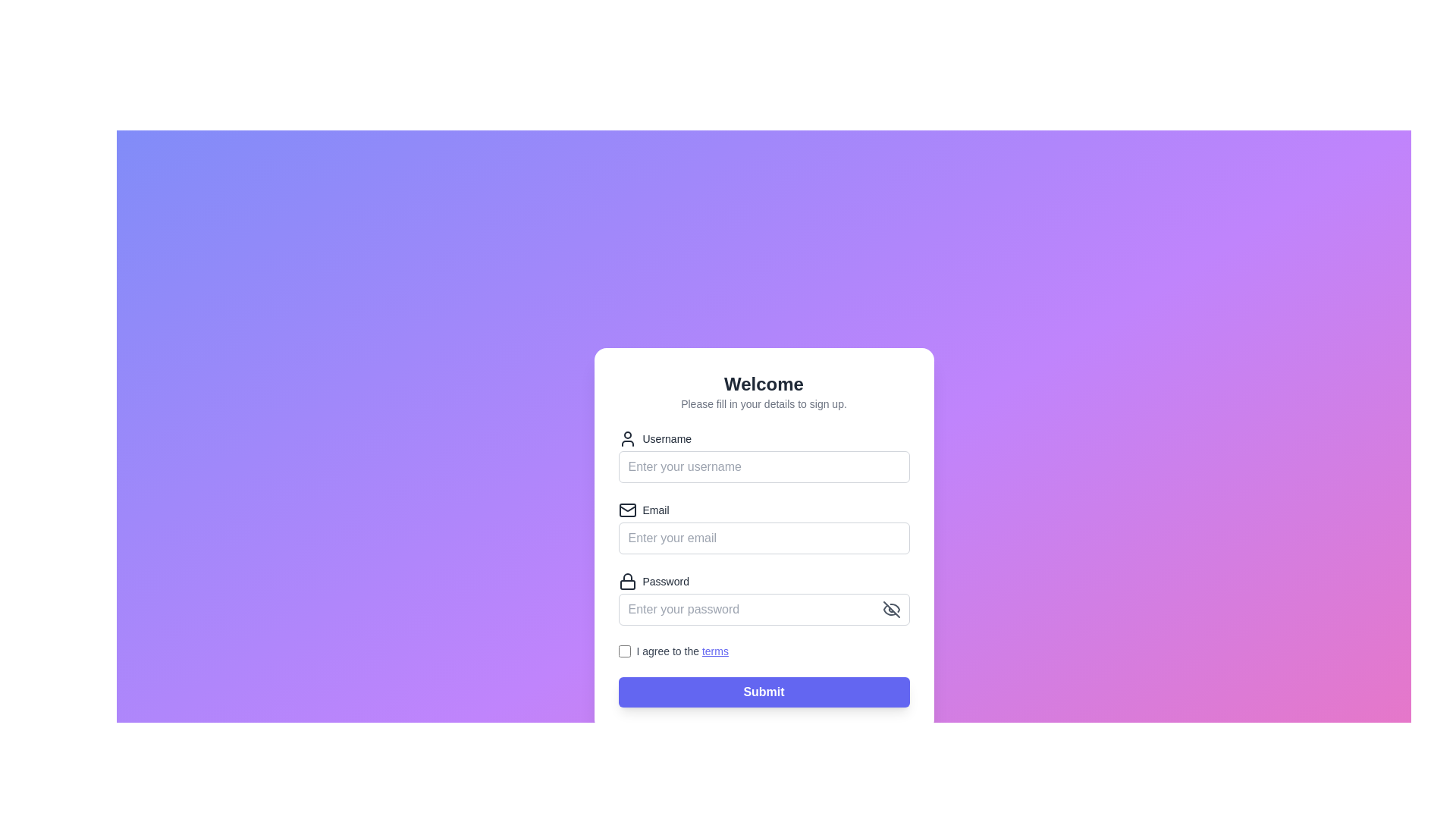 The image size is (1456, 819). I want to click on the static text element that provides instructions to the user about the purpose of the form, located directly below the 'Welcome' header, so click(764, 403).